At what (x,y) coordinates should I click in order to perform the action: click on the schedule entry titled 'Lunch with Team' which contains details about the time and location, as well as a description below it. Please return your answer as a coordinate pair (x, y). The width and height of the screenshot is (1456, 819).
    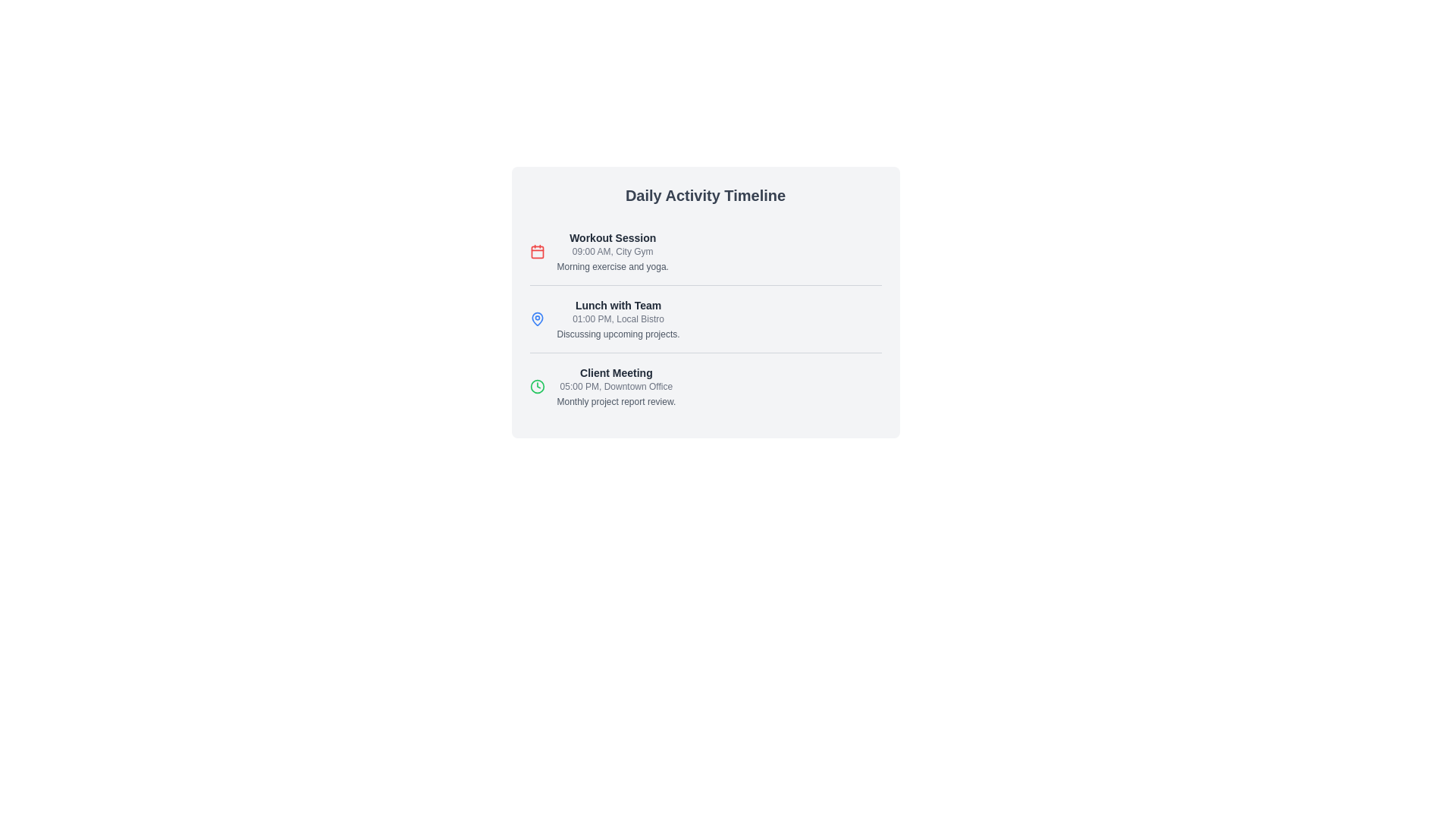
    Looking at the image, I should click on (704, 318).